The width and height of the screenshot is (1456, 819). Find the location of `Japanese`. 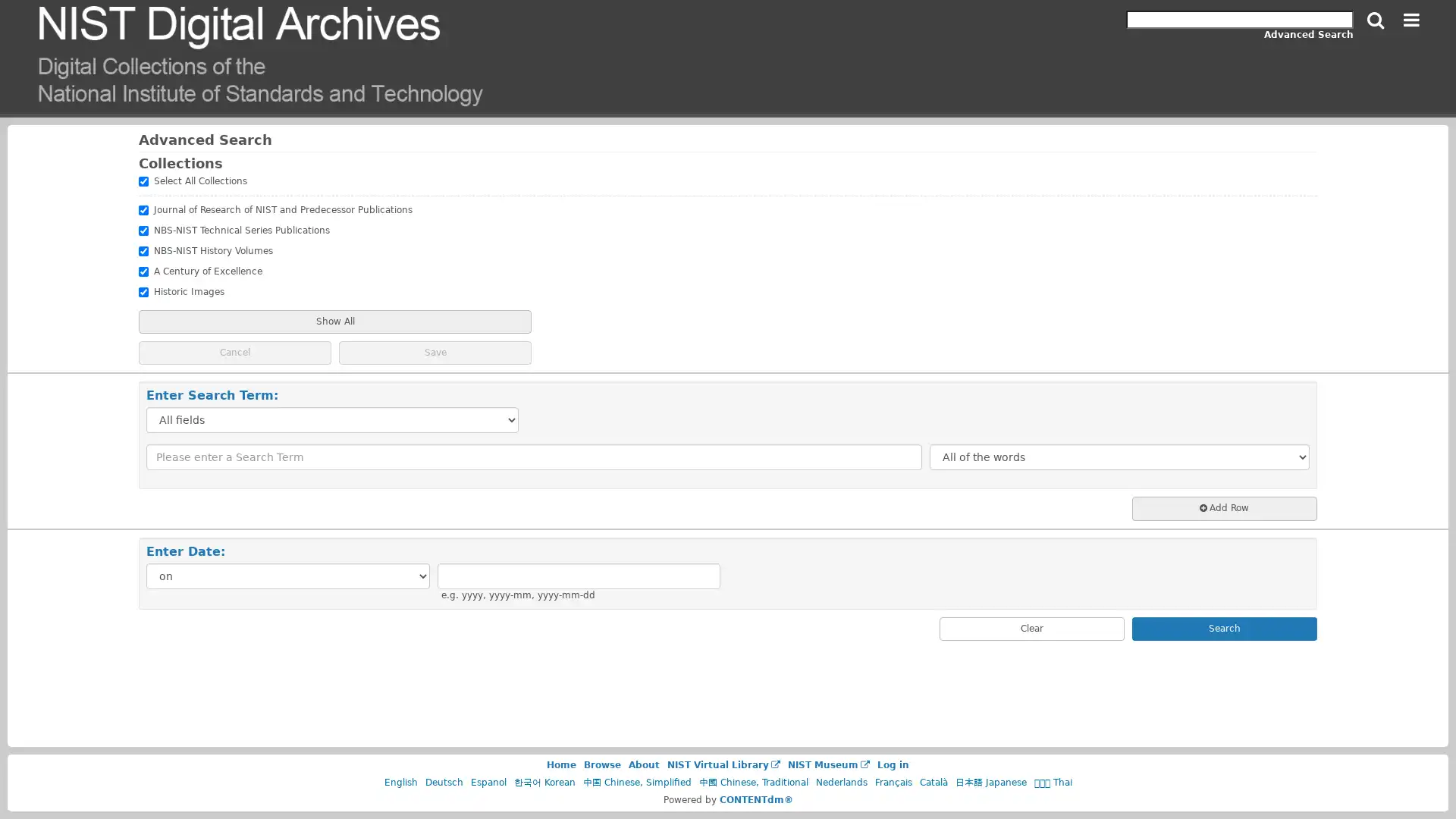

Japanese is located at coordinates (990, 783).